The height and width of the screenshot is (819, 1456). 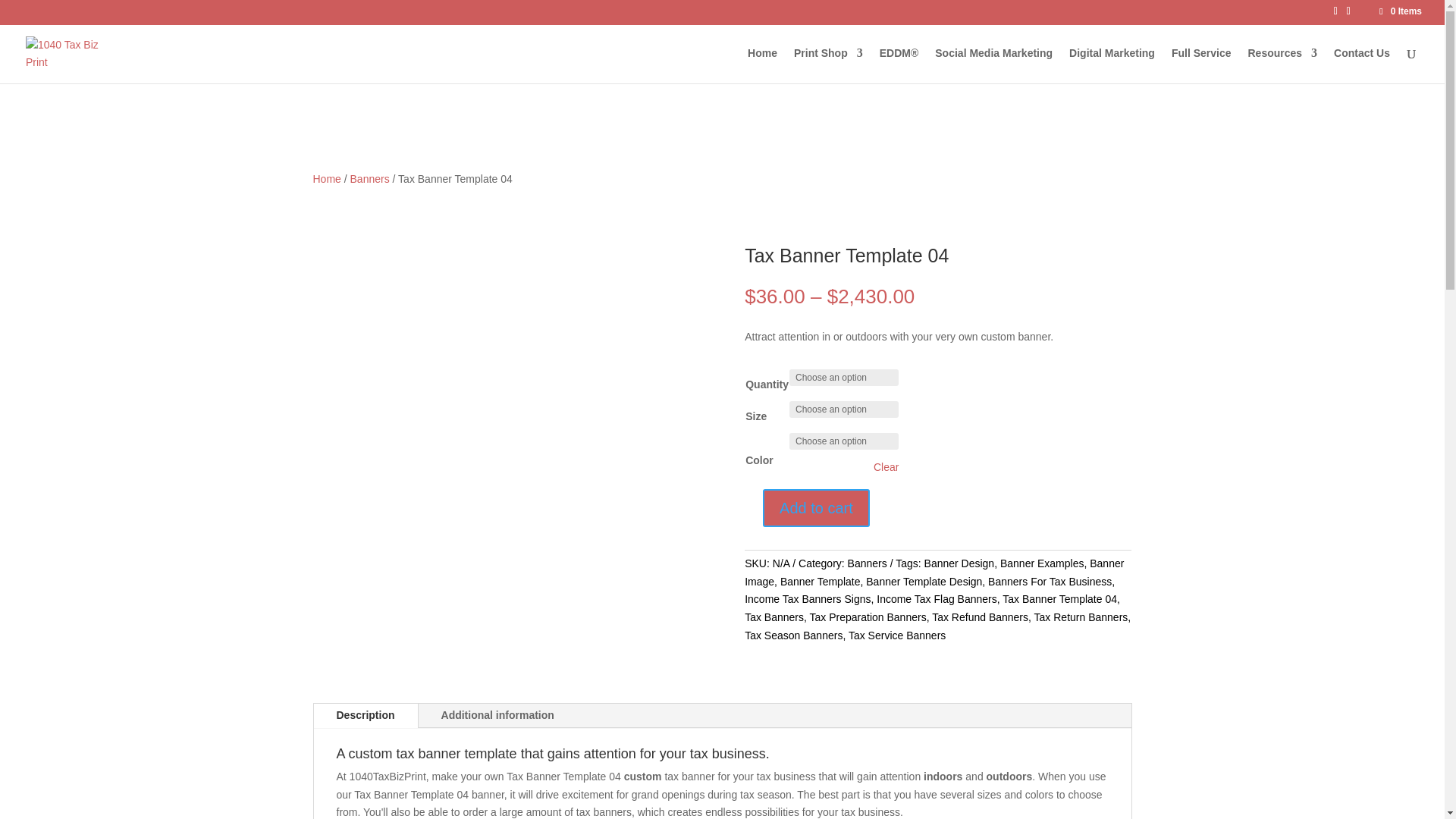 I want to click on 'Digital Marketing', so click(x=1112, y=64).